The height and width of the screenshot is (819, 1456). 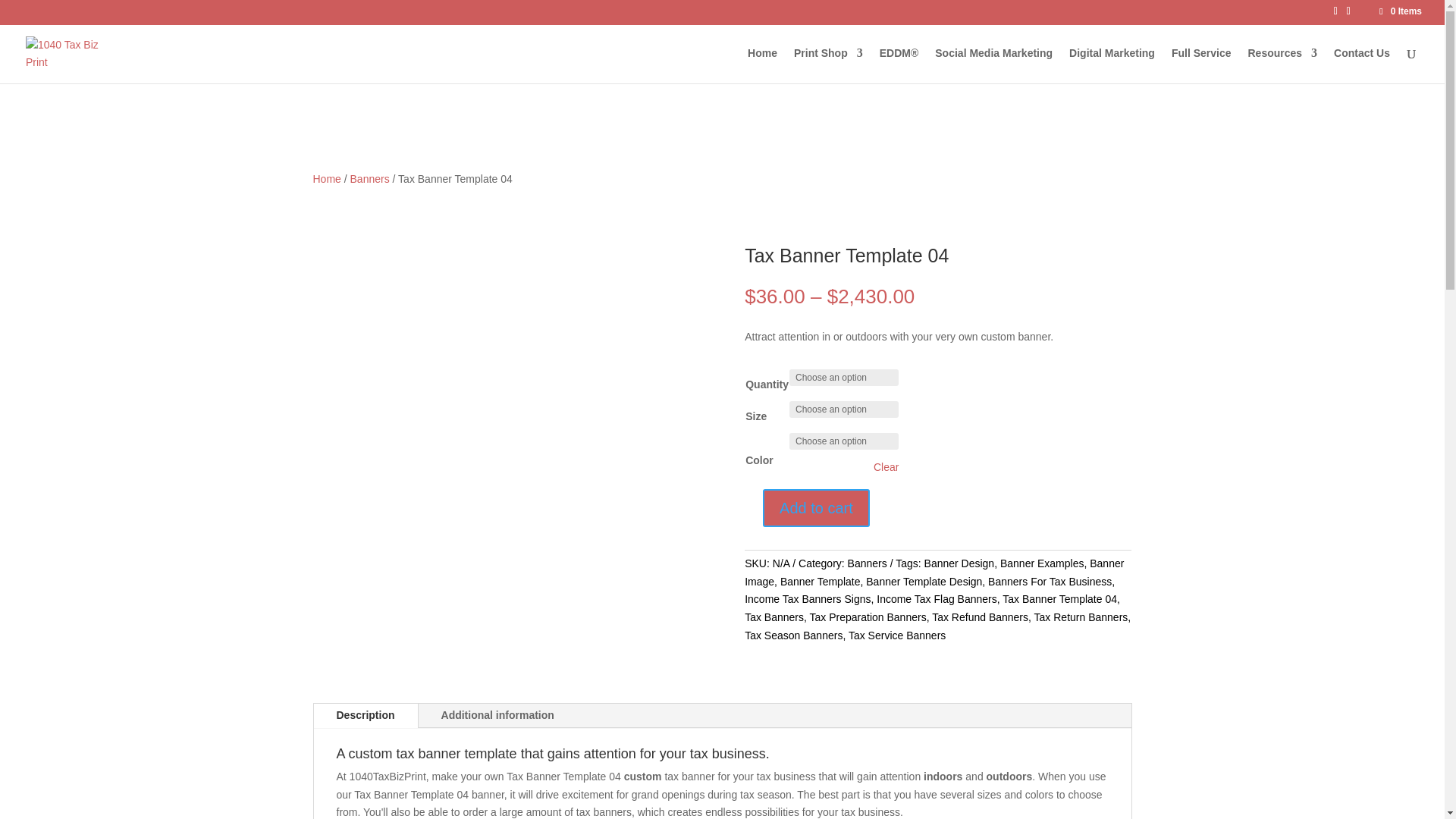 I want to click on 'Digital Marketing', so click(x=1112, y=64).